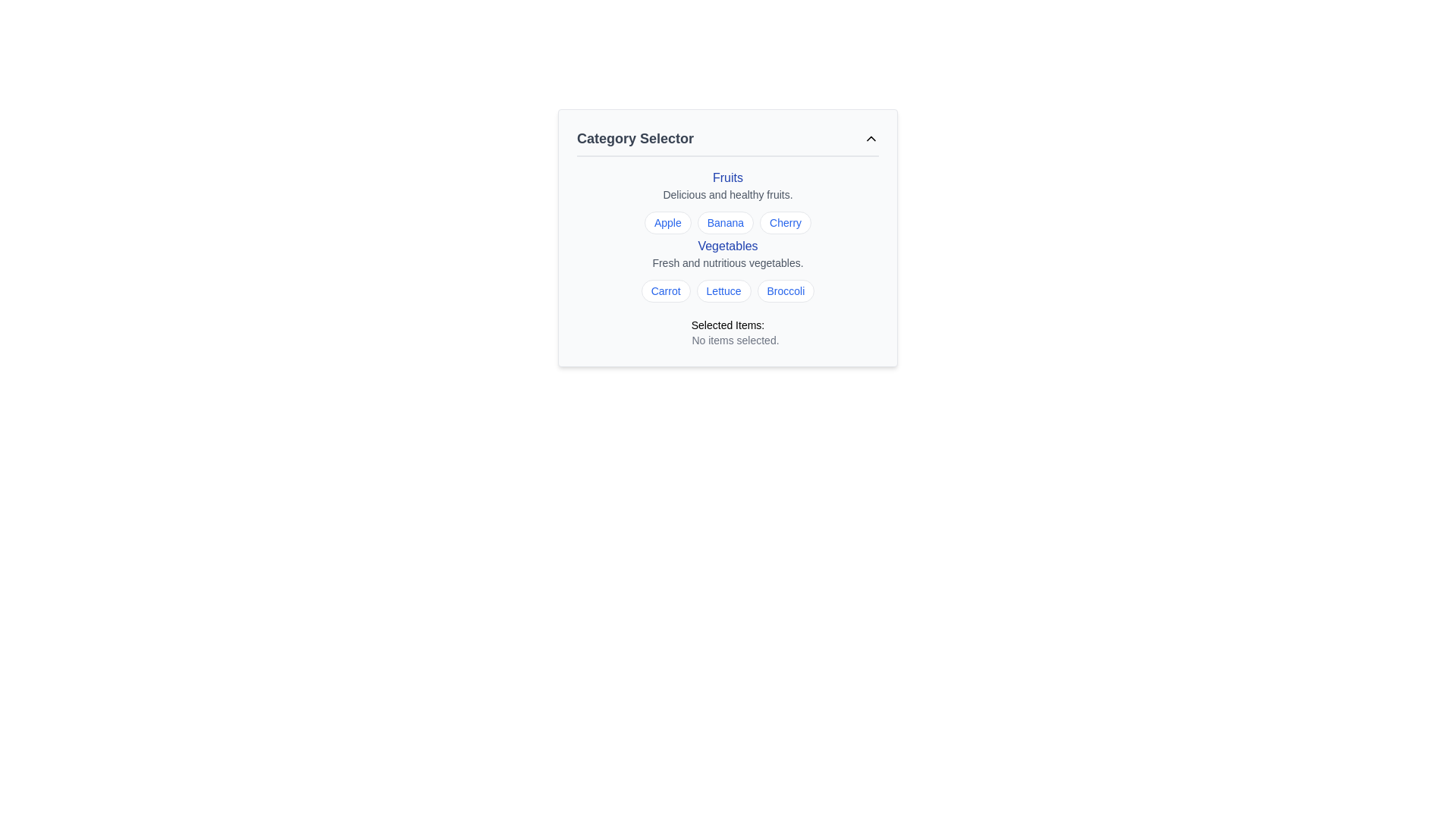 The width and height of the screenshot is (1456, 819). What do you see at coordinates (735, 339) in the screenshot?
I see `text label that displays 'No items selected.' beneath the 'Selected Items' heading in a card layout` at bounding box center [735, 339].